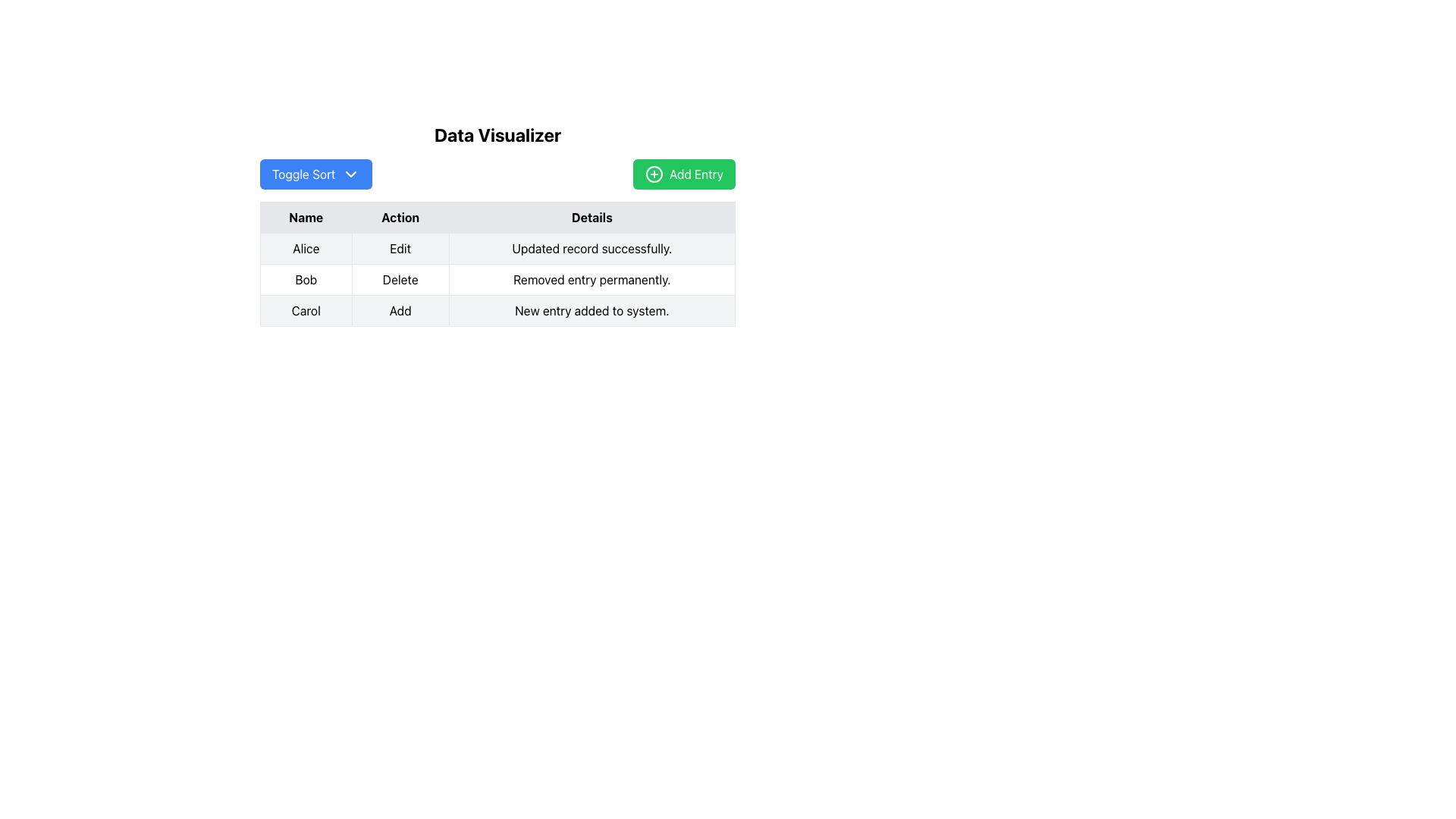  Describe the element at coordinates (305, 217) in the screenshot. I see `the text label displaying 'Name' in bold font style, which is the first header in the table layout` at that location.